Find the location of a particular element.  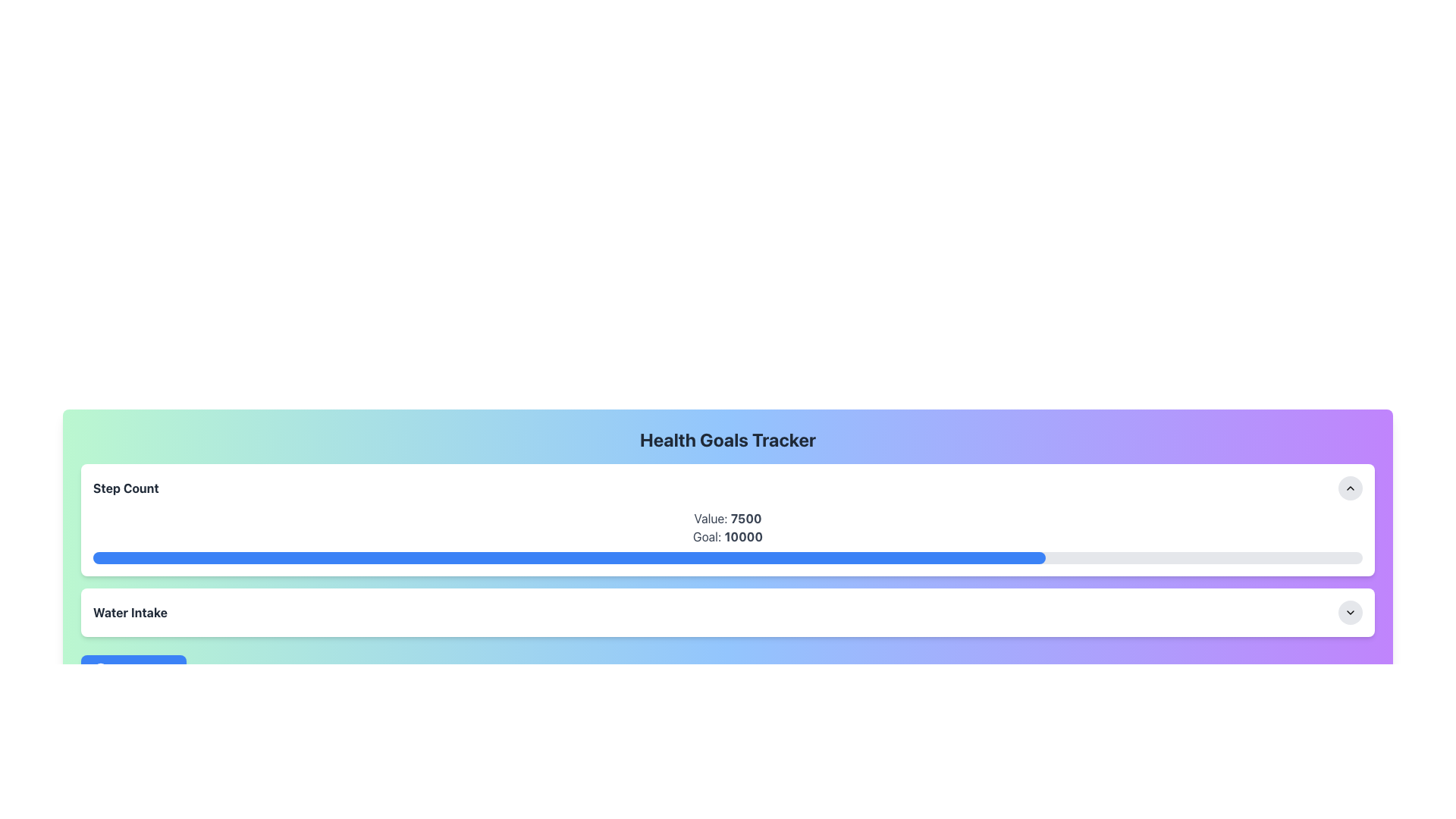

static text value '7500' which is displayed in bold dark gray, situated centrally beneath the heading 'Health Goals Tracker' and next to the label 'Value:' is located at coordinates (746, 517).